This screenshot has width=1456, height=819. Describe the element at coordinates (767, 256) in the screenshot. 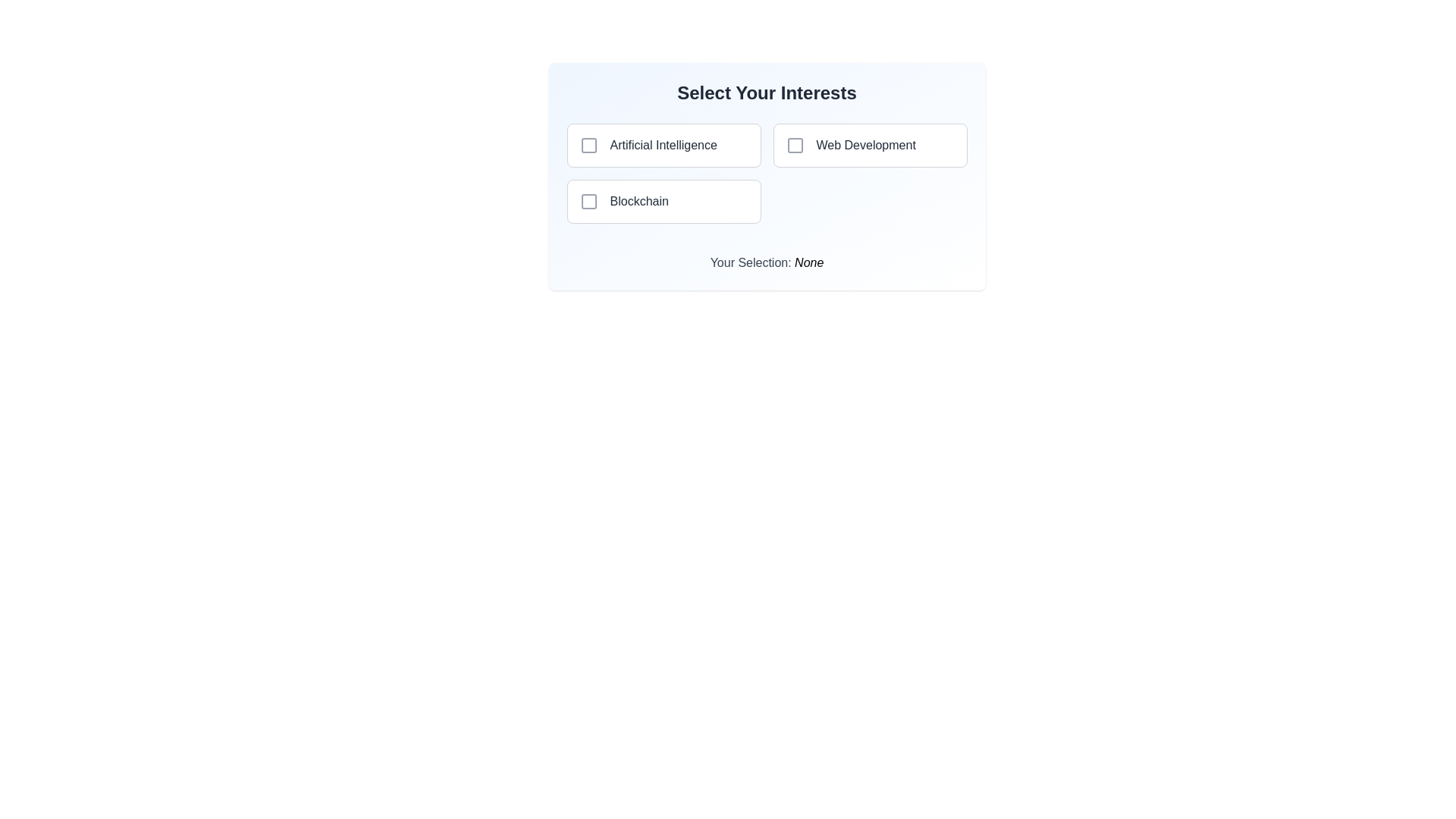

I see `the text label that displays the user's current selection within the 'Select Your Interests' card component` at that location.